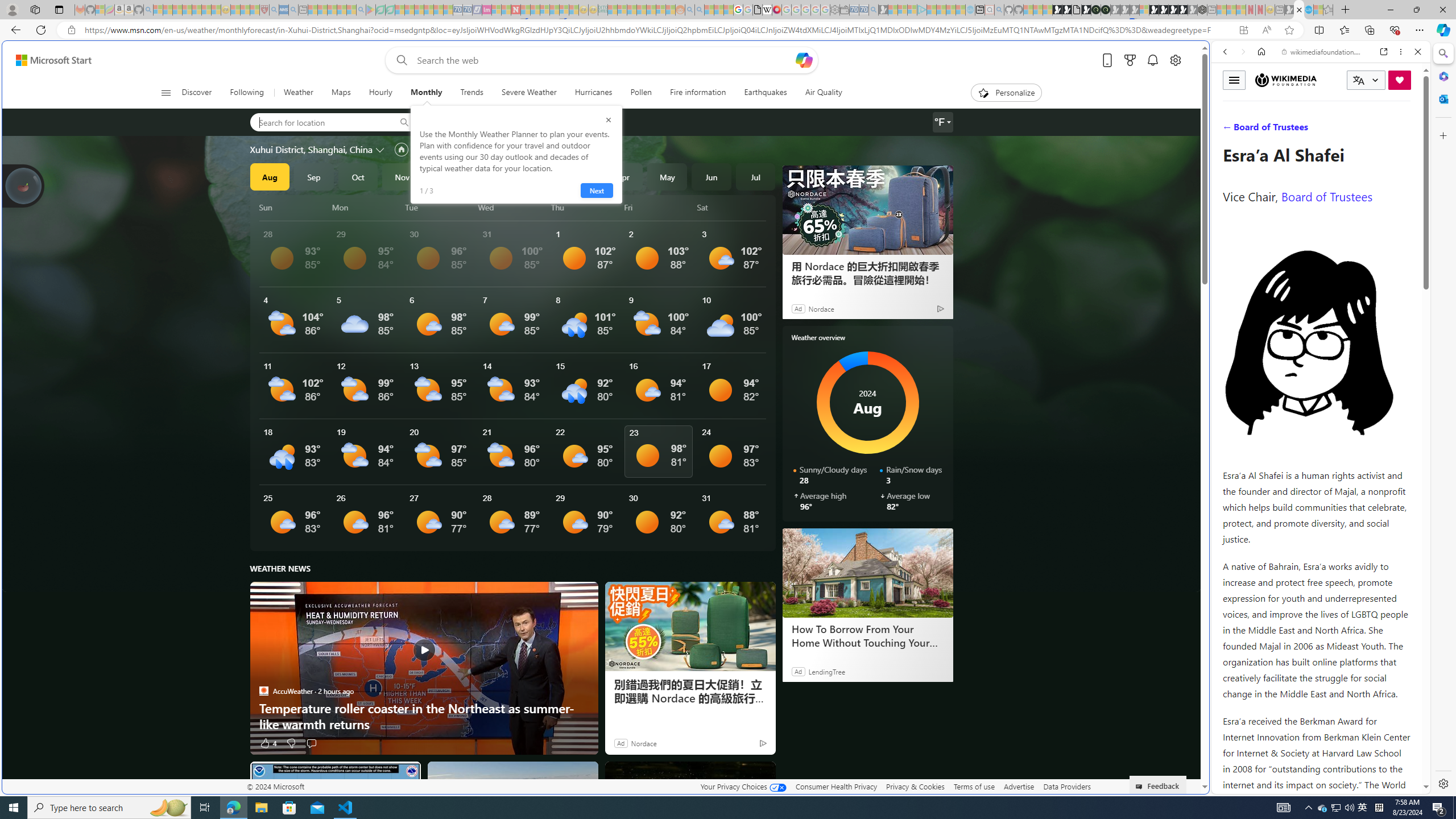 This screenshot has height=819, width=1456. I want to click on 'May', so click(667, 176).